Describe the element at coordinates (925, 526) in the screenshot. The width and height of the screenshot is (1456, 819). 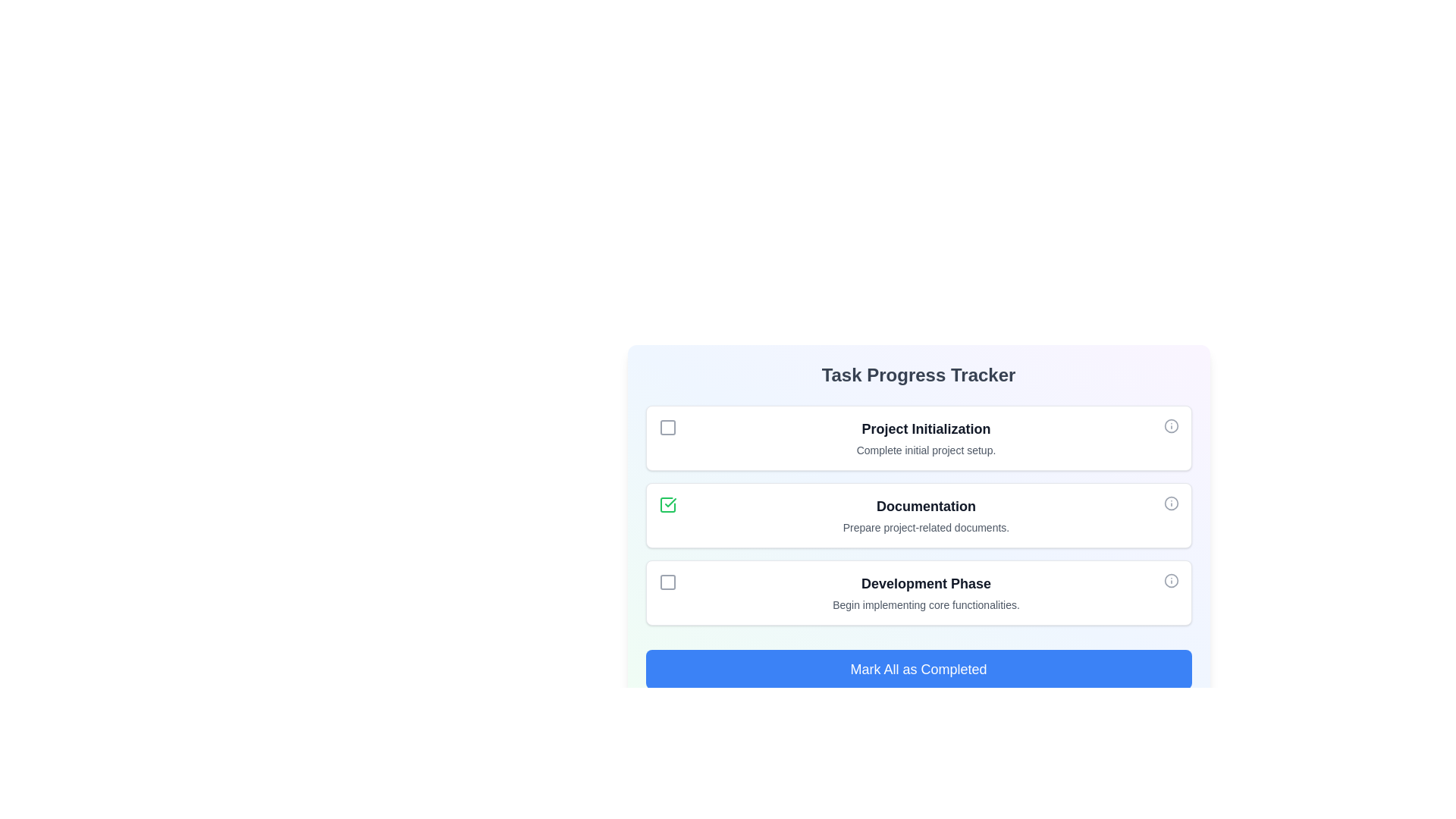
I see `the static text label displaying 'Prepare project-related documents.' which is positioned below the title 'Documentation' in the second task card of a vertical list` at that location.